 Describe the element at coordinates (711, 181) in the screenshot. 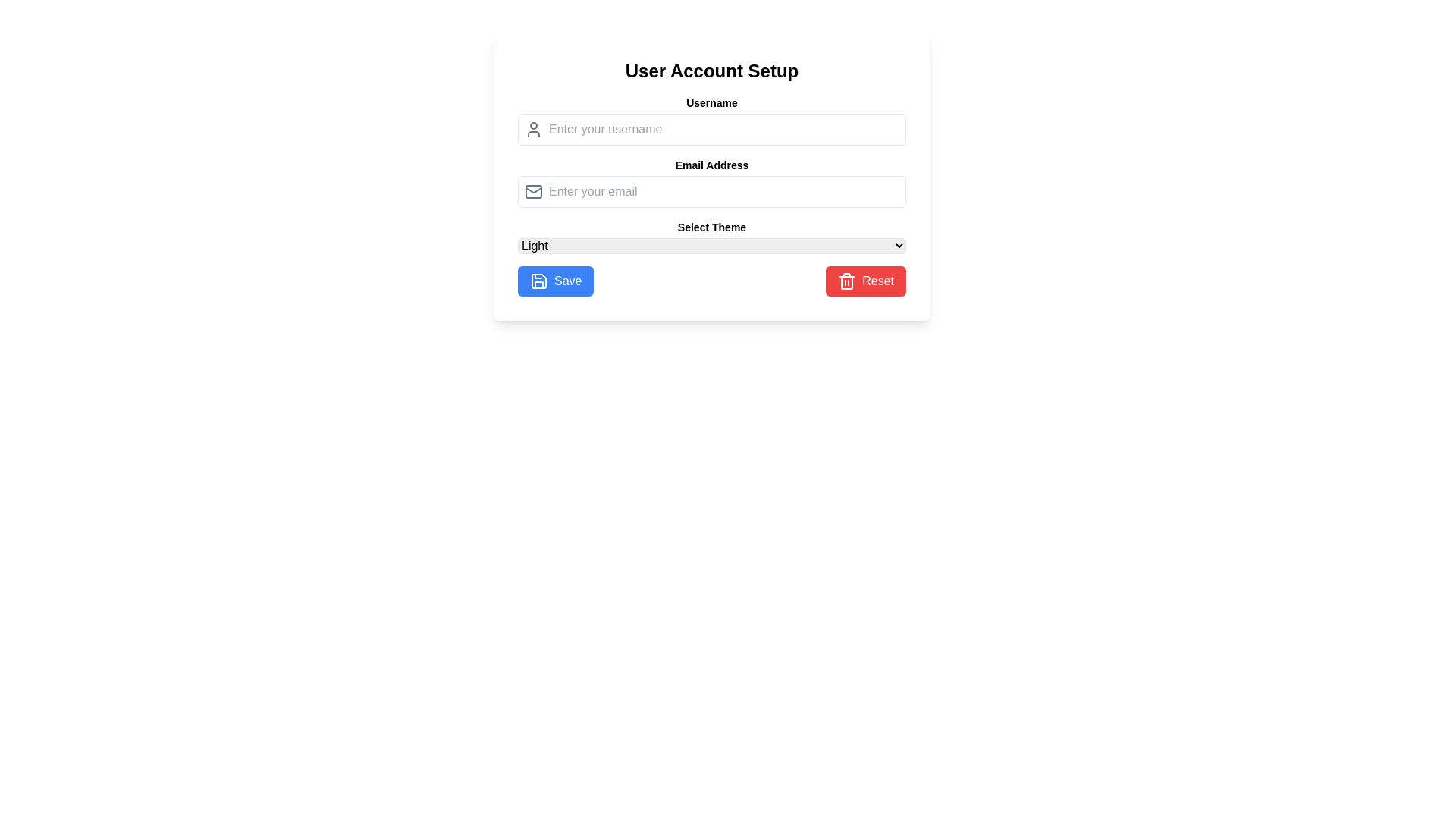

I see `the labeled input field for entering an email address to place the cursor in it` at that location.